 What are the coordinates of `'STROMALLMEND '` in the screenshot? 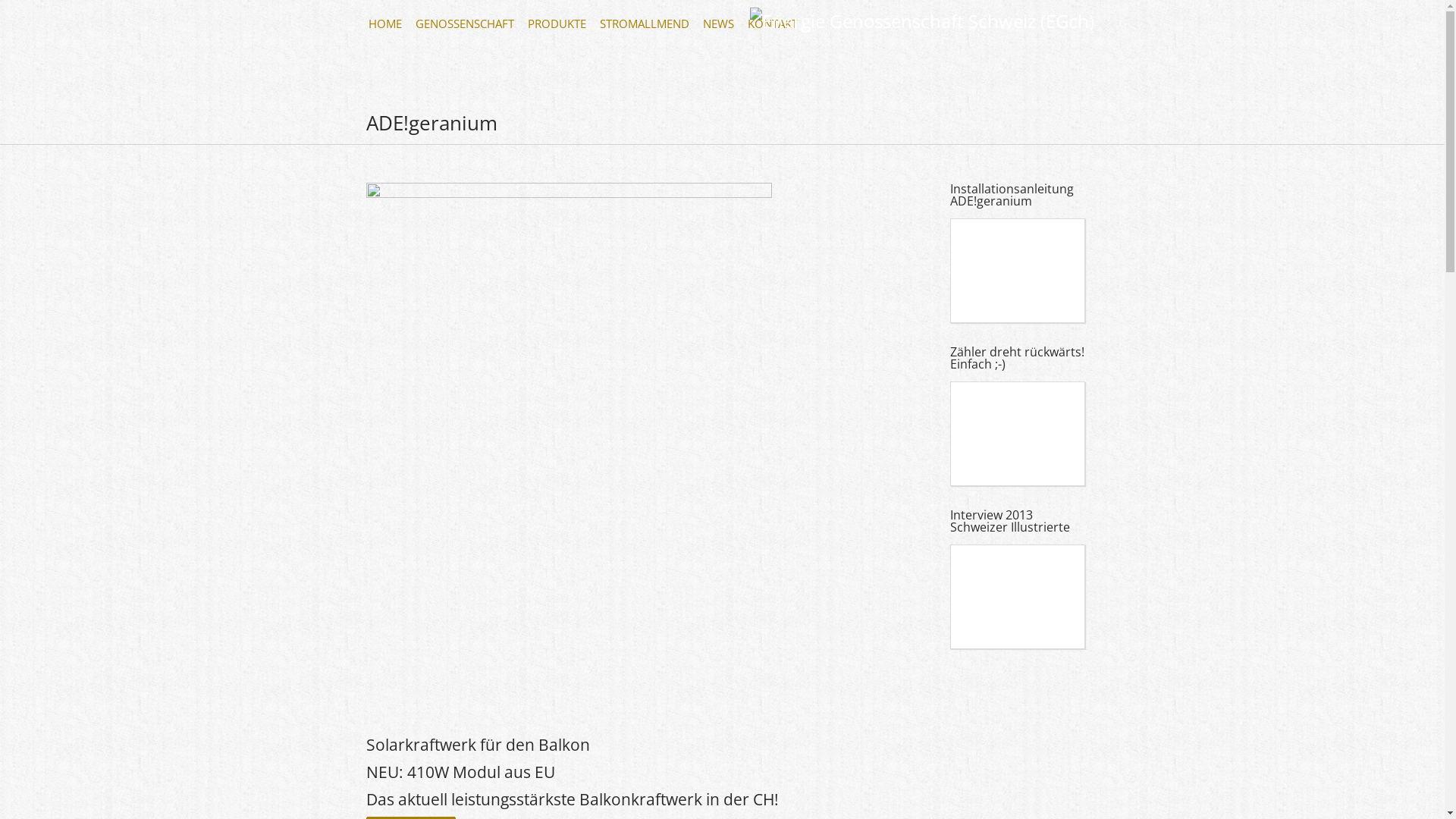 It's located at (645, 19).